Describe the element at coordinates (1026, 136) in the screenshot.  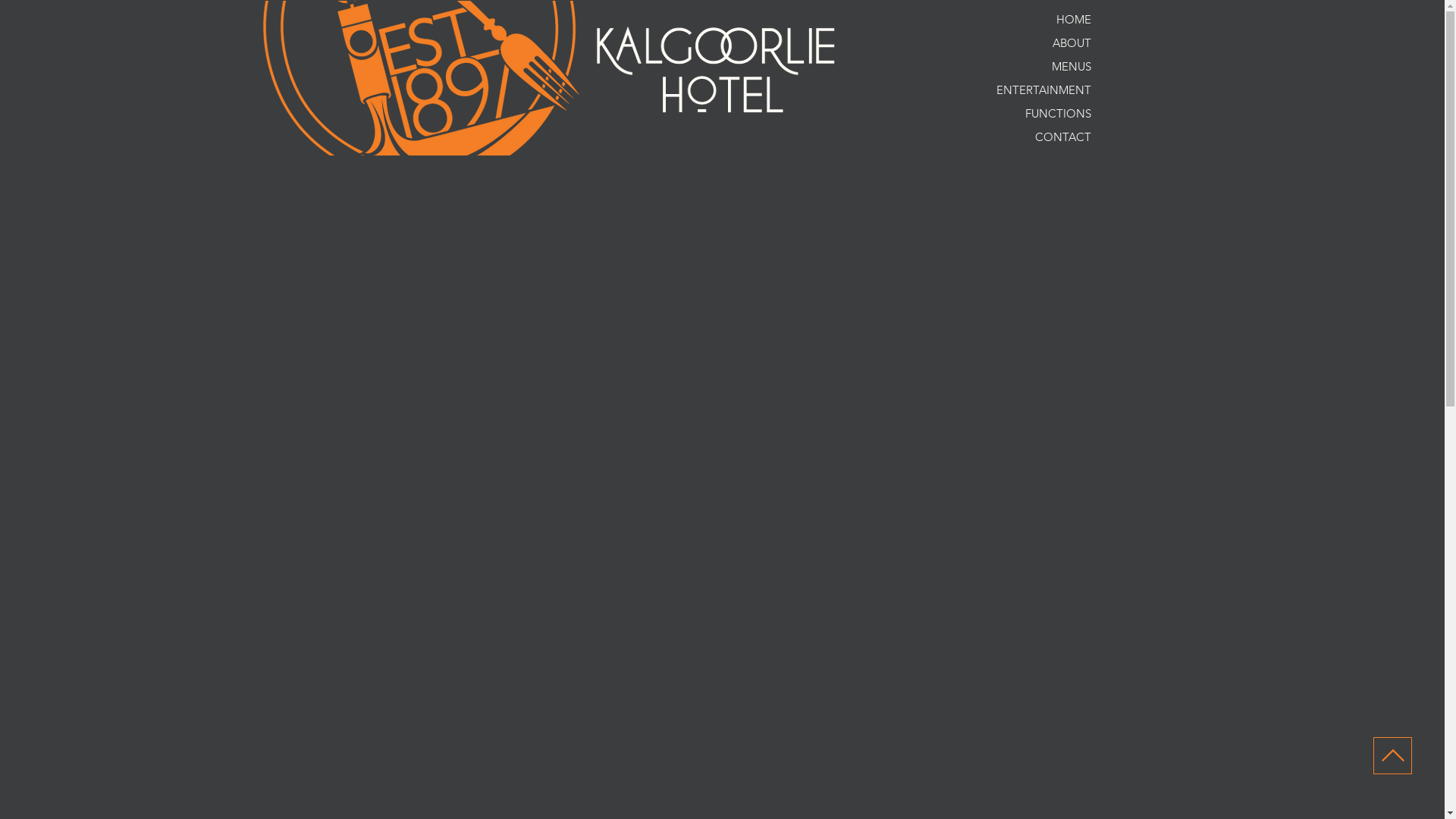
I see `'CONTACT'` at that location.